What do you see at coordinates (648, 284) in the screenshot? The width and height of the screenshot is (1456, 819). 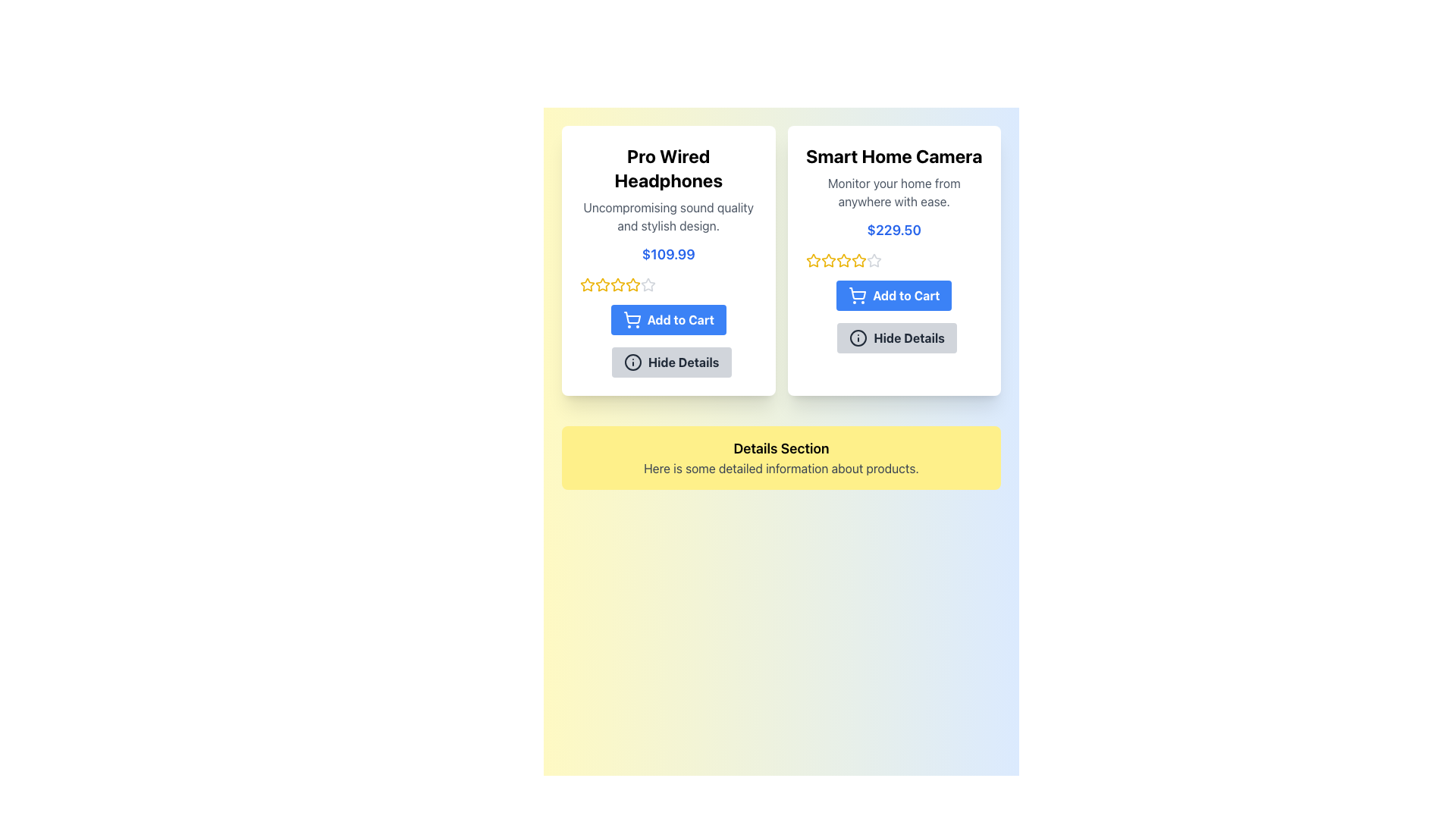 I see `the fifth star icon in the rating system under the '$109.99' text of the 'Pro Wired Headphones' card to rate it` at bounding box center [648, 284].